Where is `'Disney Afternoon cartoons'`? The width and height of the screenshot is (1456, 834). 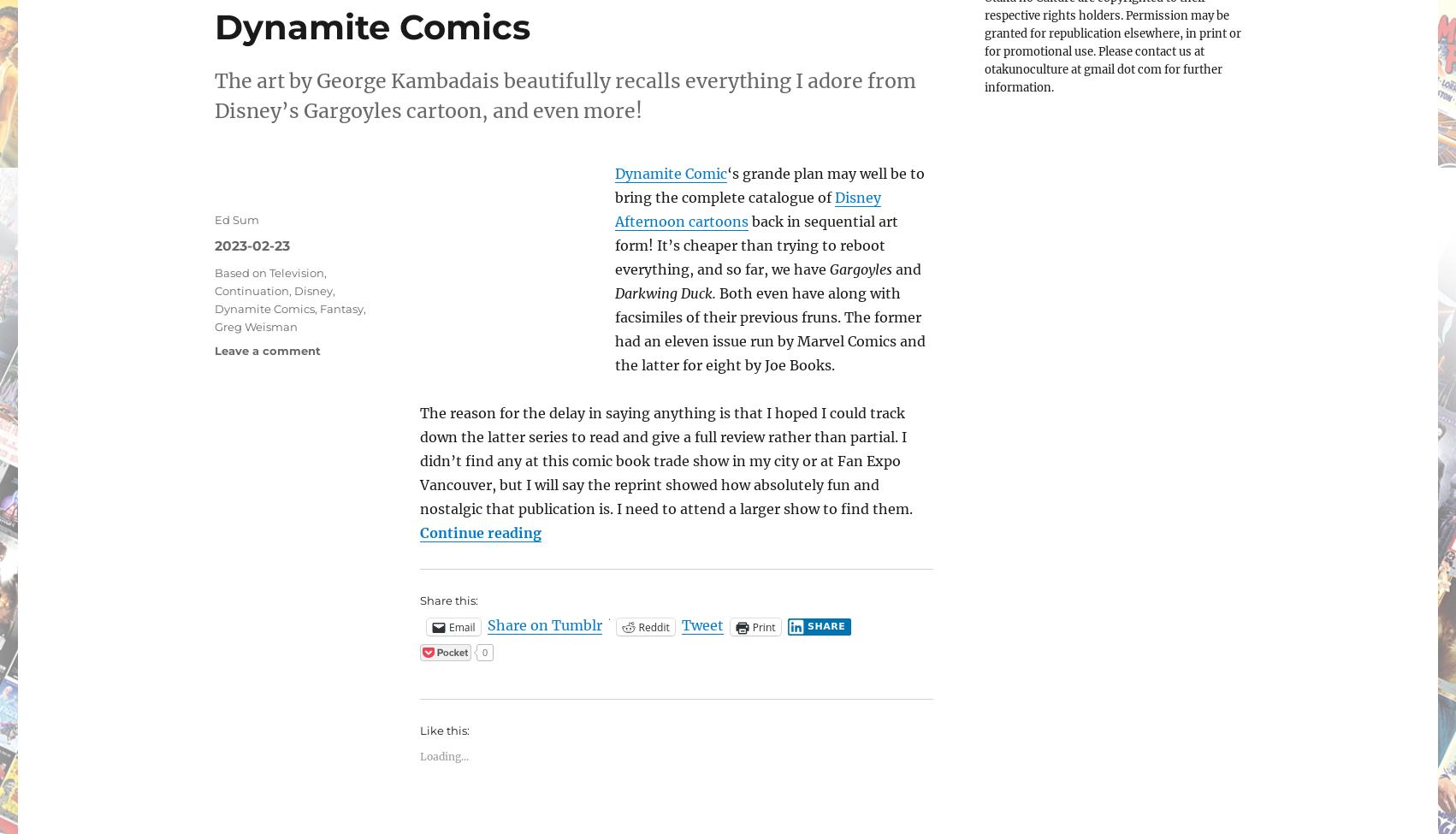 'Disney Afternoon cartoons' is located at coordinates (748, 210).